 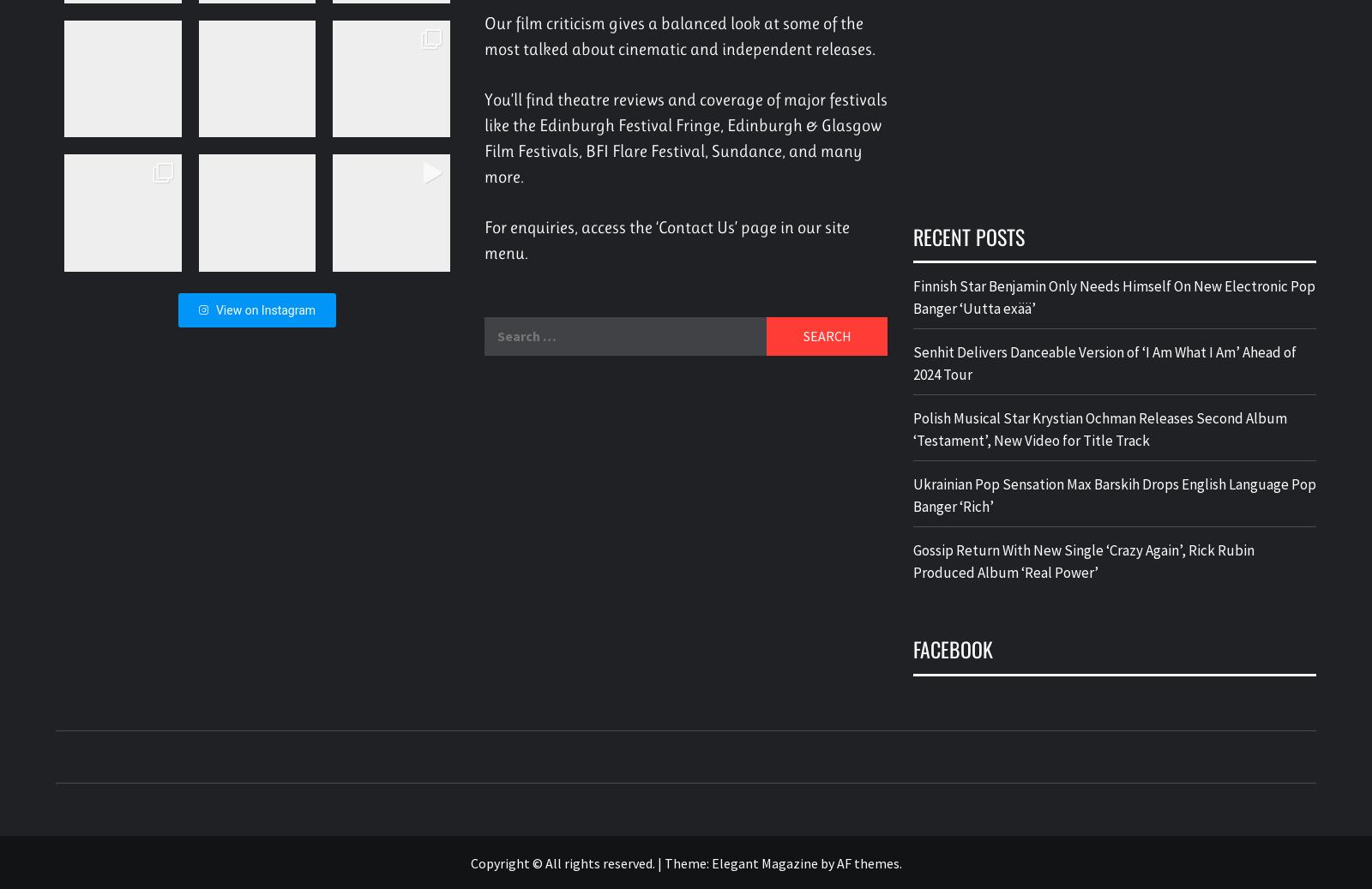 I want to click on 'Recent Posts', so click(x=969, y=235).